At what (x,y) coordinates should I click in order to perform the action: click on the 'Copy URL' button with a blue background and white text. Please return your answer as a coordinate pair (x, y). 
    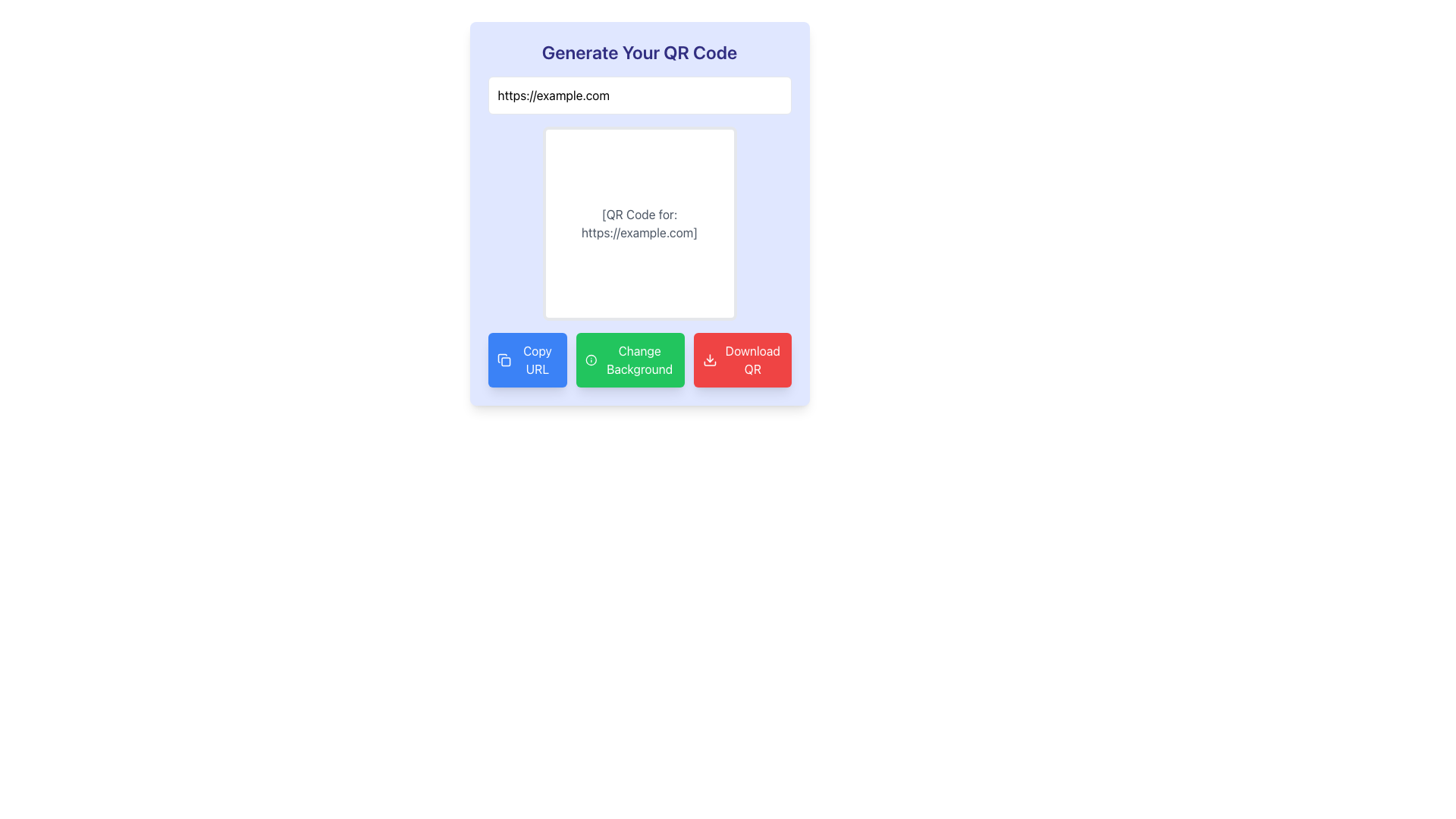
    Looking at the image, I should click on (528, 359).